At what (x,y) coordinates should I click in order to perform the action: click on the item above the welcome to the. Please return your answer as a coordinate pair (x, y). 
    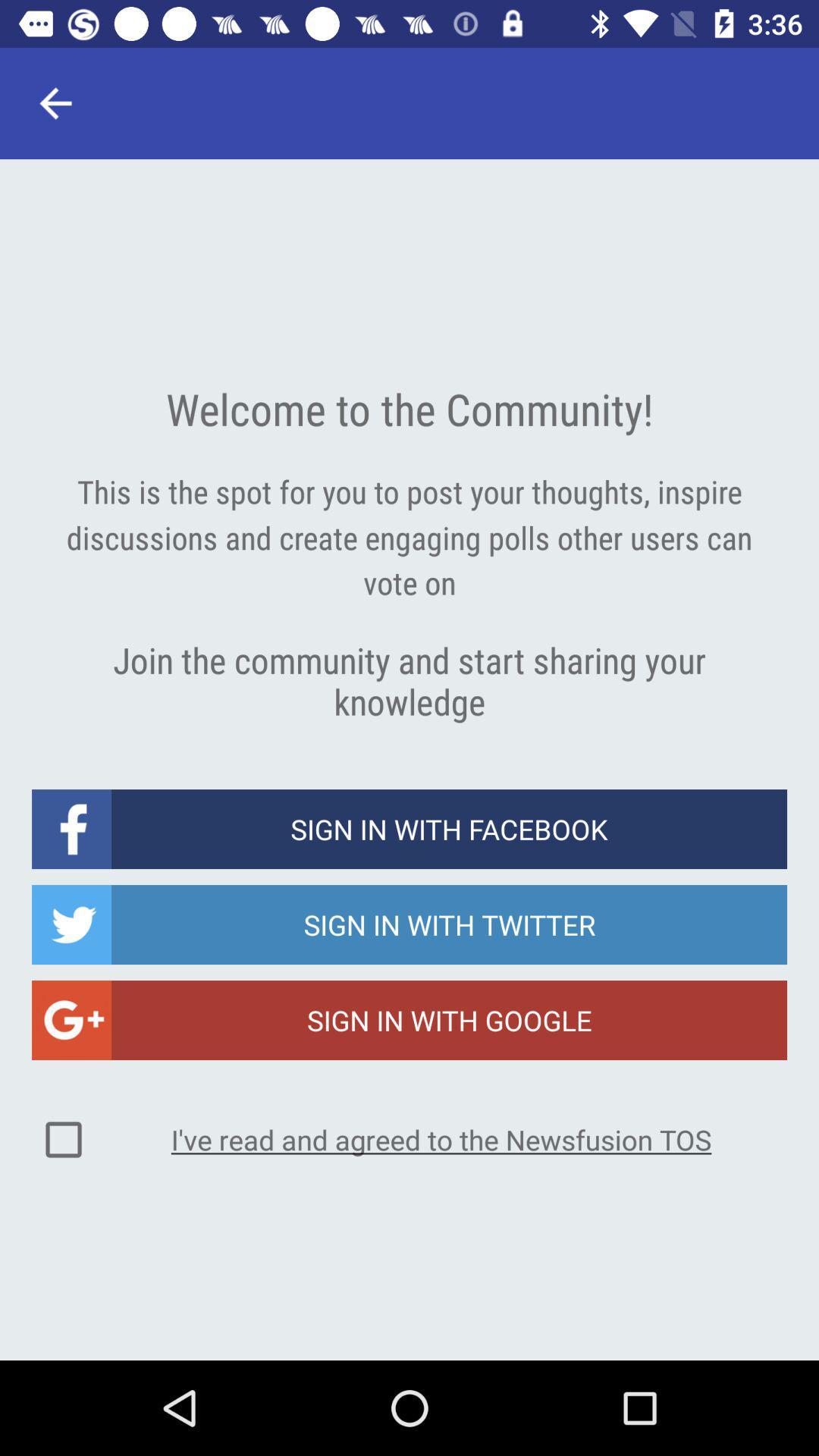
    Looking at the image, I should click on (55, 102).